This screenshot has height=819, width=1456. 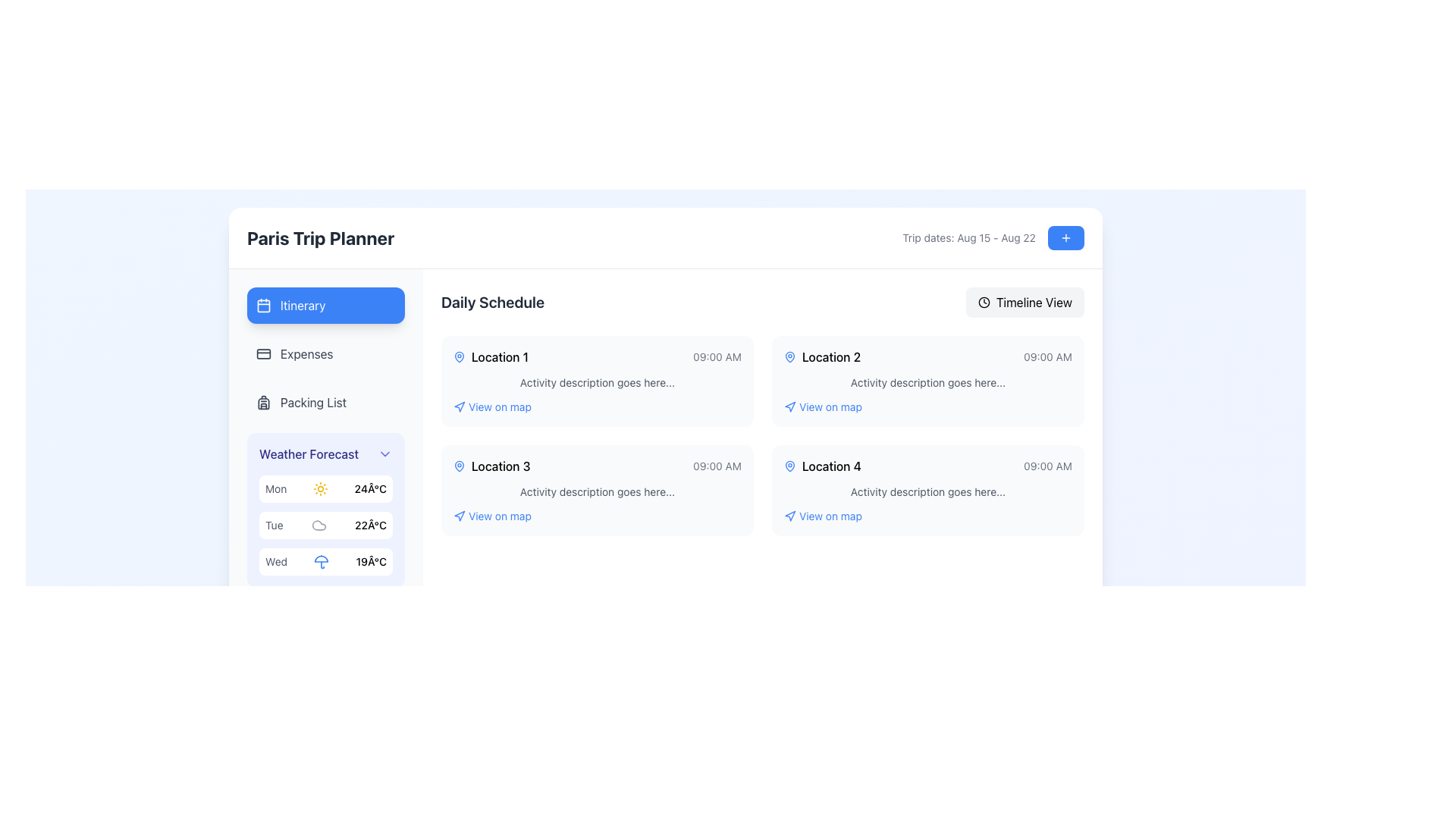 What do you see at coordinates (325, 402) in the screenshot?
I see `the button located in the left sidebar beneath 'Expenses' and above 'Weather Forecast'` at bounding box center [325, 402].